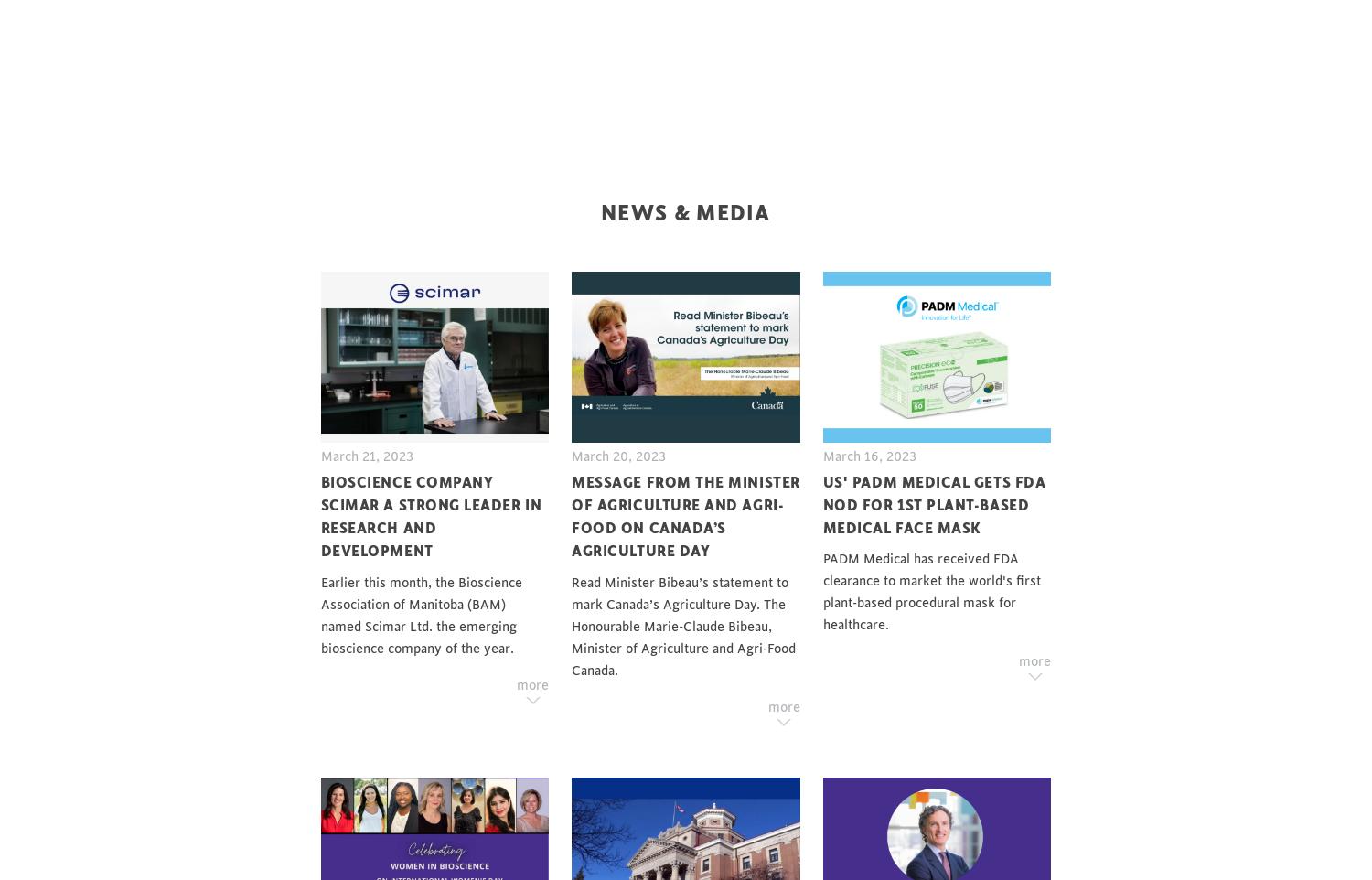 The height and width of the screenshot is (880, 1372). I want to click on 'What We do', so click(318, 145).